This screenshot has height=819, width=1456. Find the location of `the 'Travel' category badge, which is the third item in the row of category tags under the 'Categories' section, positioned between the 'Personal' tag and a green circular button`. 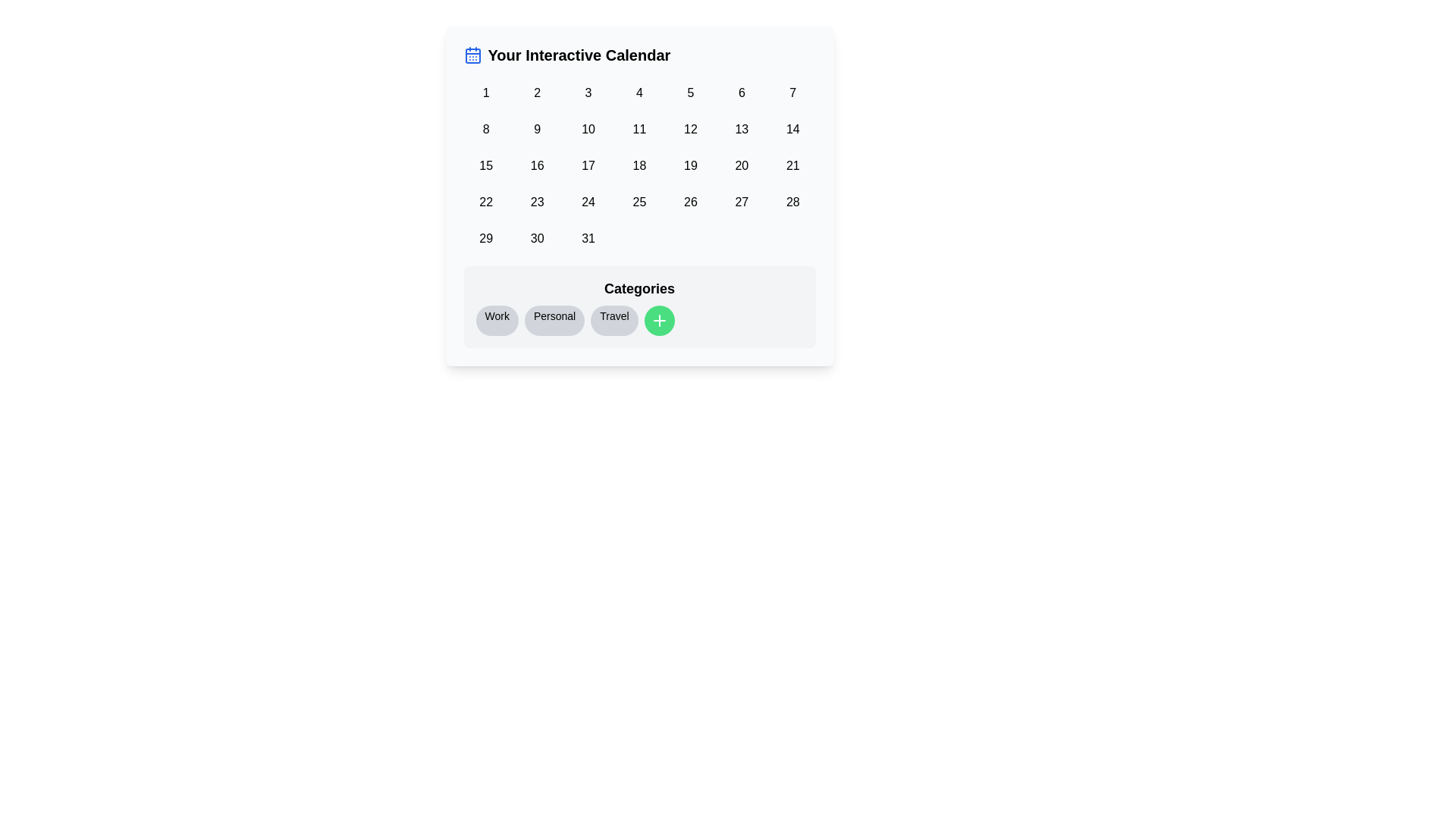

the 'Travel' category badge, which is the third item in the row of category tags under the 'Categories' section, positioned between the 'Personal' tag and a green circular button is located at coordinates (614, 320).